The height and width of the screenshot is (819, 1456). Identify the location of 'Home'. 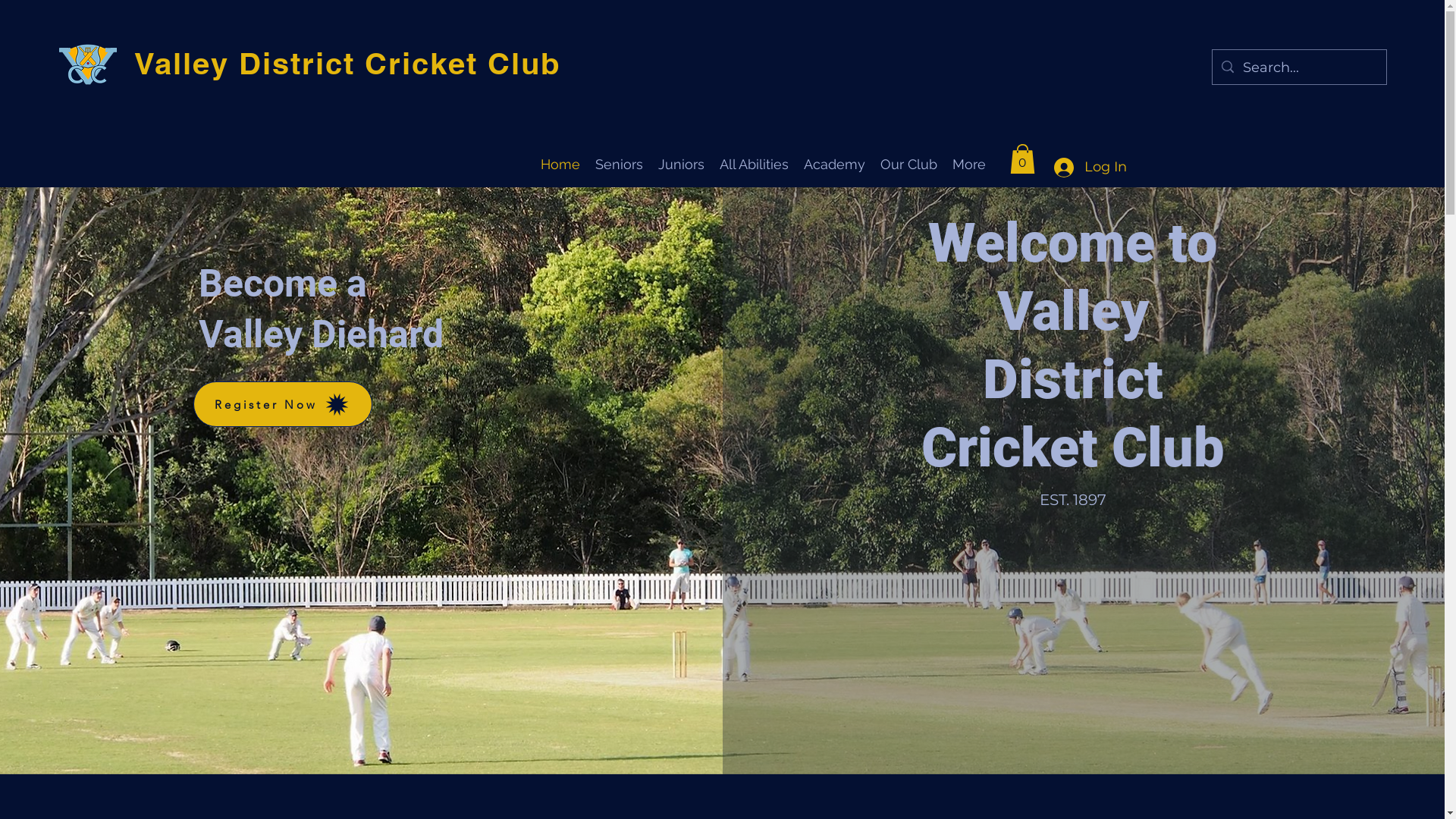
(559, 163).